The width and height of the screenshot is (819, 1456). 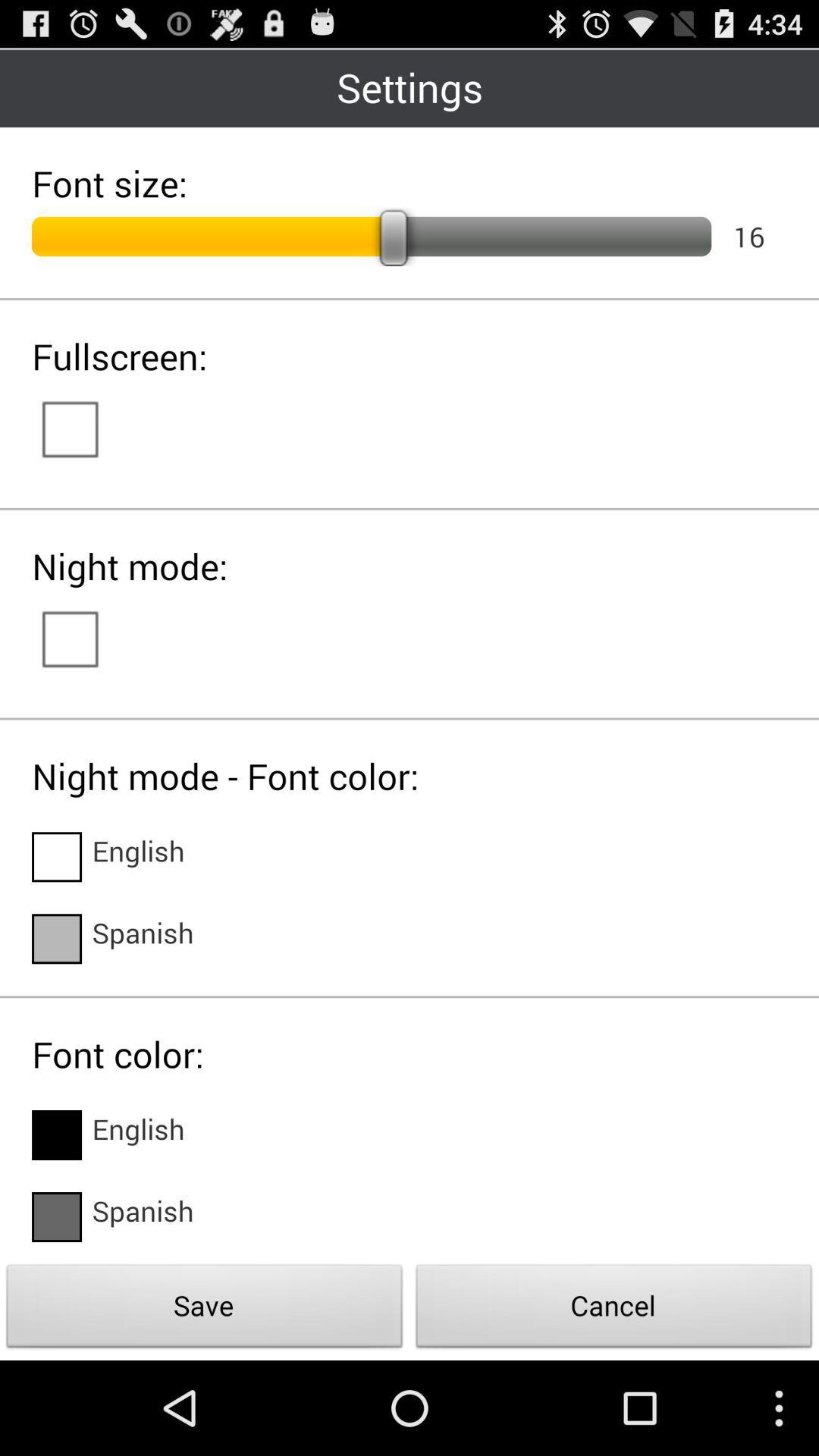 I want to click on item at the bottom right corner, so click(x=614, y=1310).